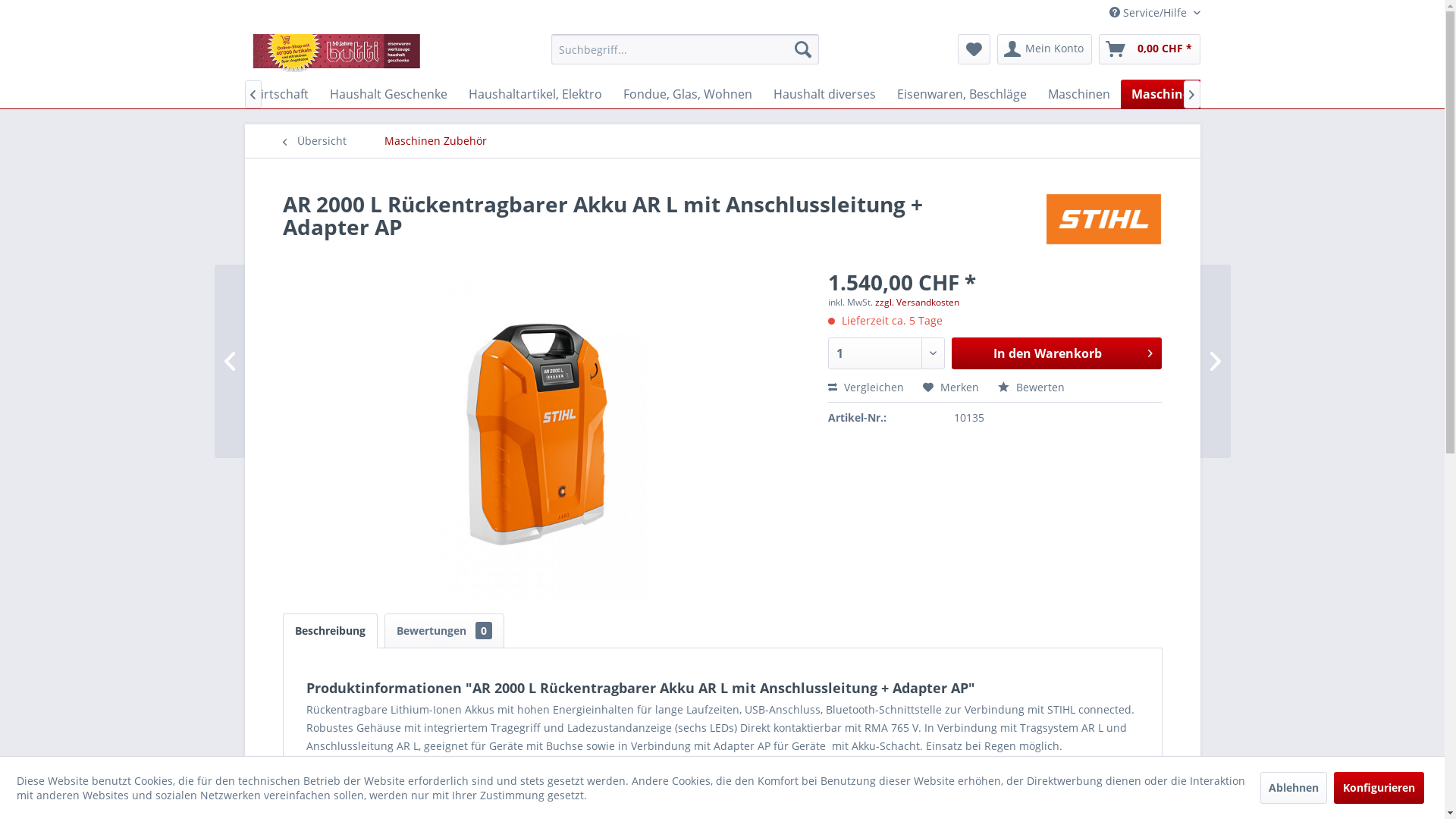 The width and height of the screenshot is (1456, 819). What do you see at coordinates (328, 631) in the screenshot?
I see `'Beschreibung'` at bounding box center [328, 631].